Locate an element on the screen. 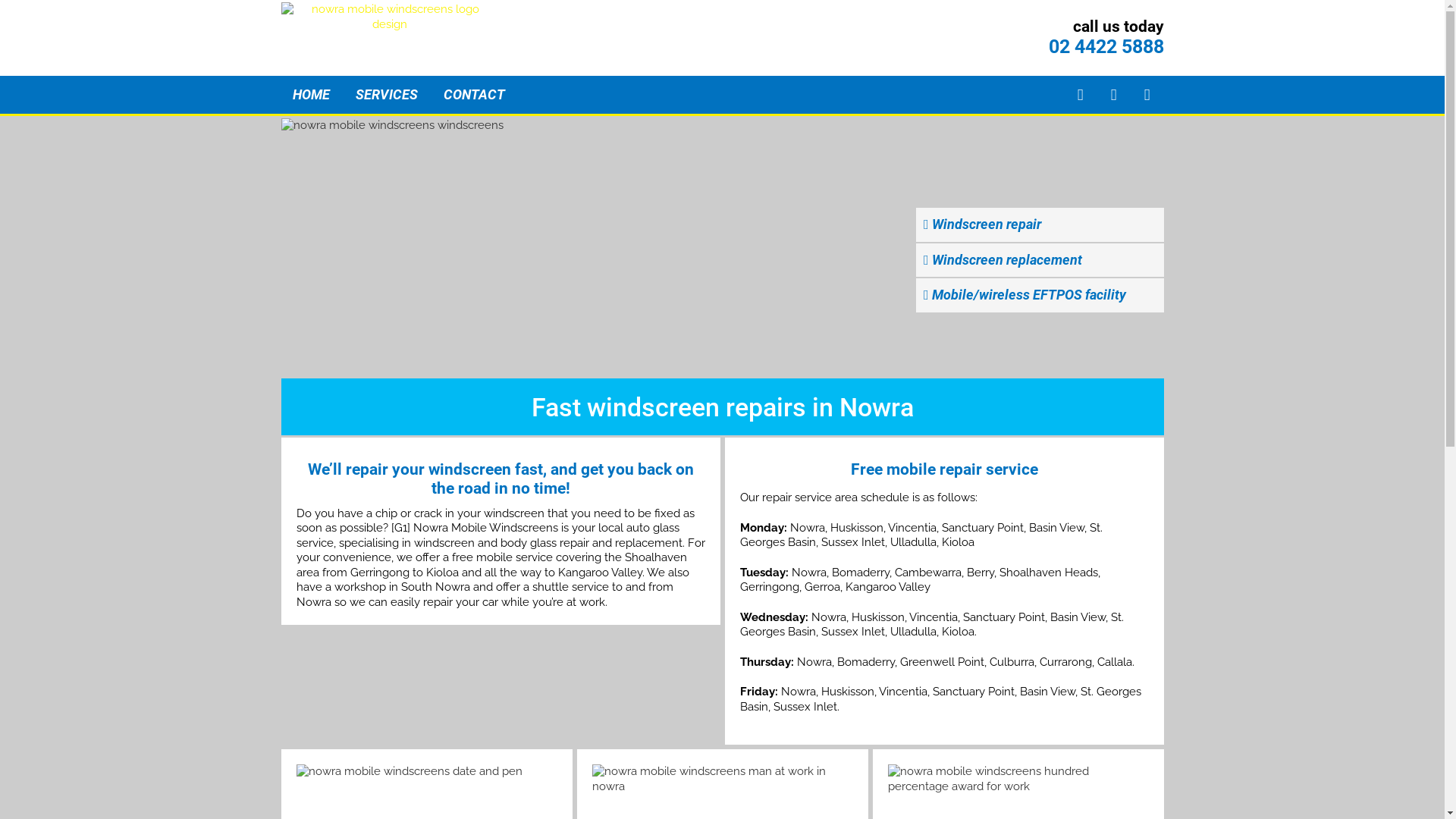 The height and width of the screenshot is (819, 1456). 'SERVICES' is located at coordinates (385, 94).